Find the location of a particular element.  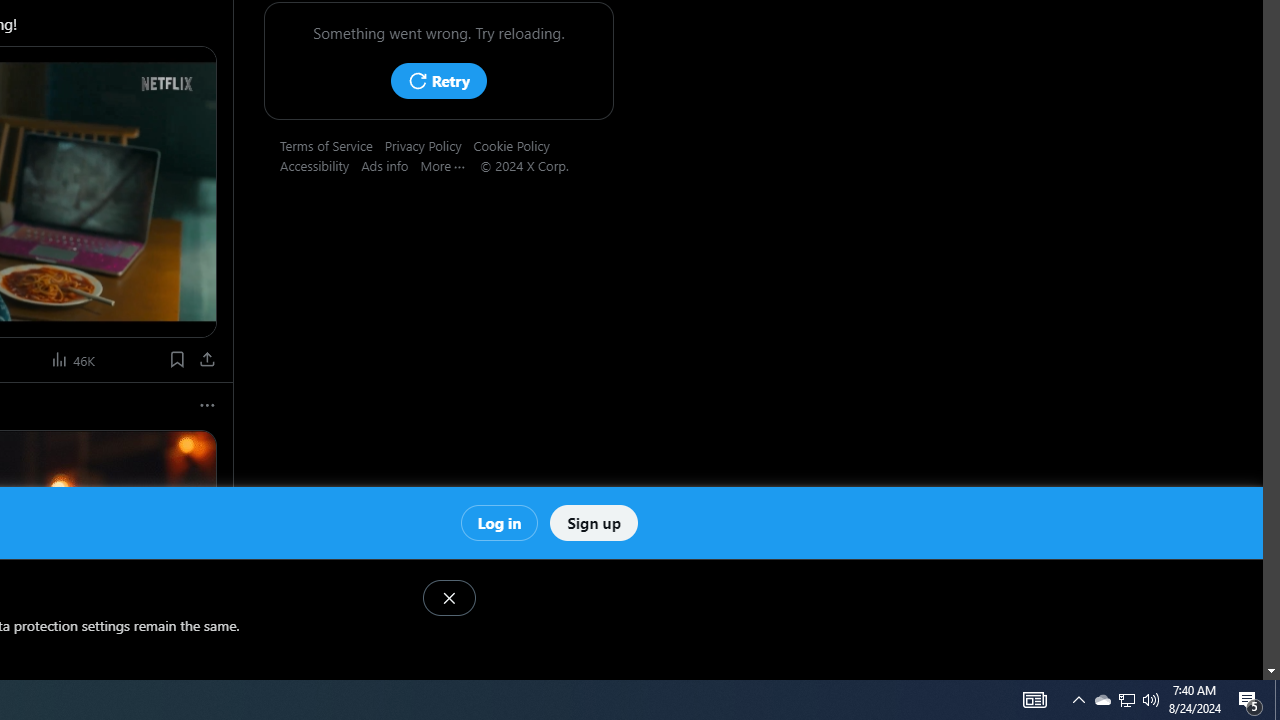

'46751 views. View post analytics' is located at coordinates (74, 358).